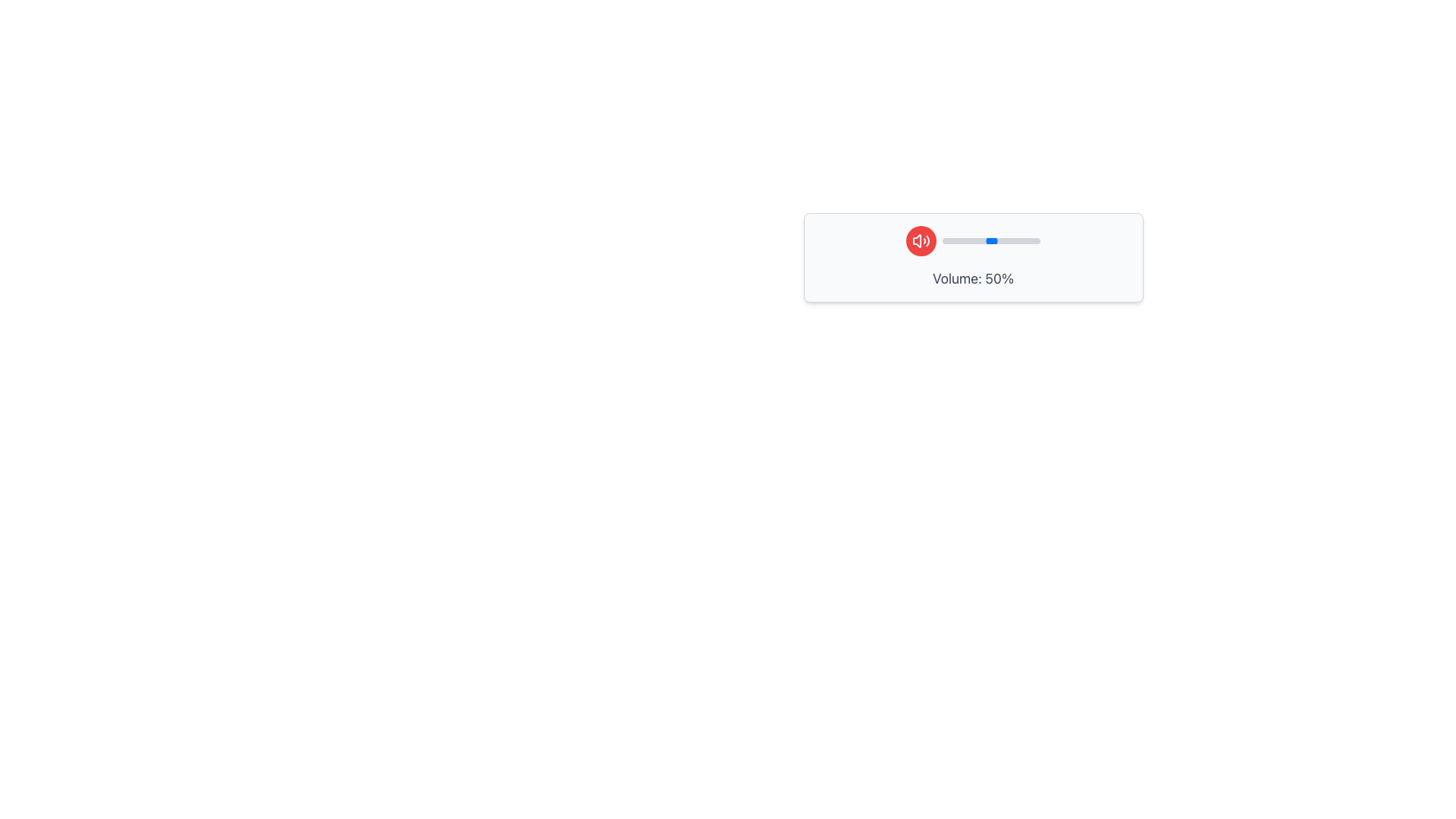 The height and width of the screenshot is (819, 1456). Describe the element at coordinates (955, 240) in the screenshot. I see `volume` at that location.